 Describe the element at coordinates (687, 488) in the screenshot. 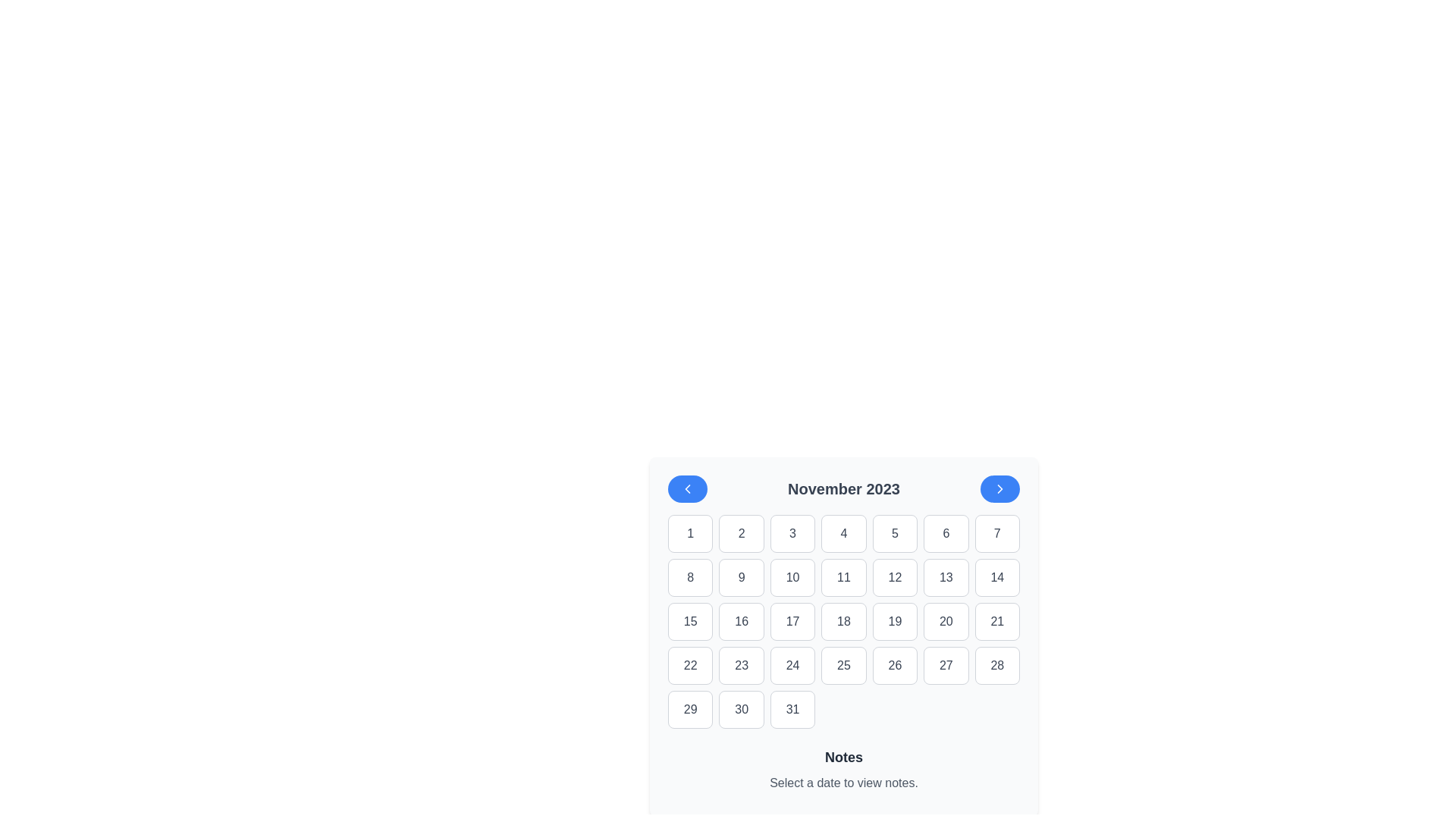

I see `the blue circular button with a white left-pointing arrow icon located in the header section of the calendar interface, to observe the hover effect` at that location.